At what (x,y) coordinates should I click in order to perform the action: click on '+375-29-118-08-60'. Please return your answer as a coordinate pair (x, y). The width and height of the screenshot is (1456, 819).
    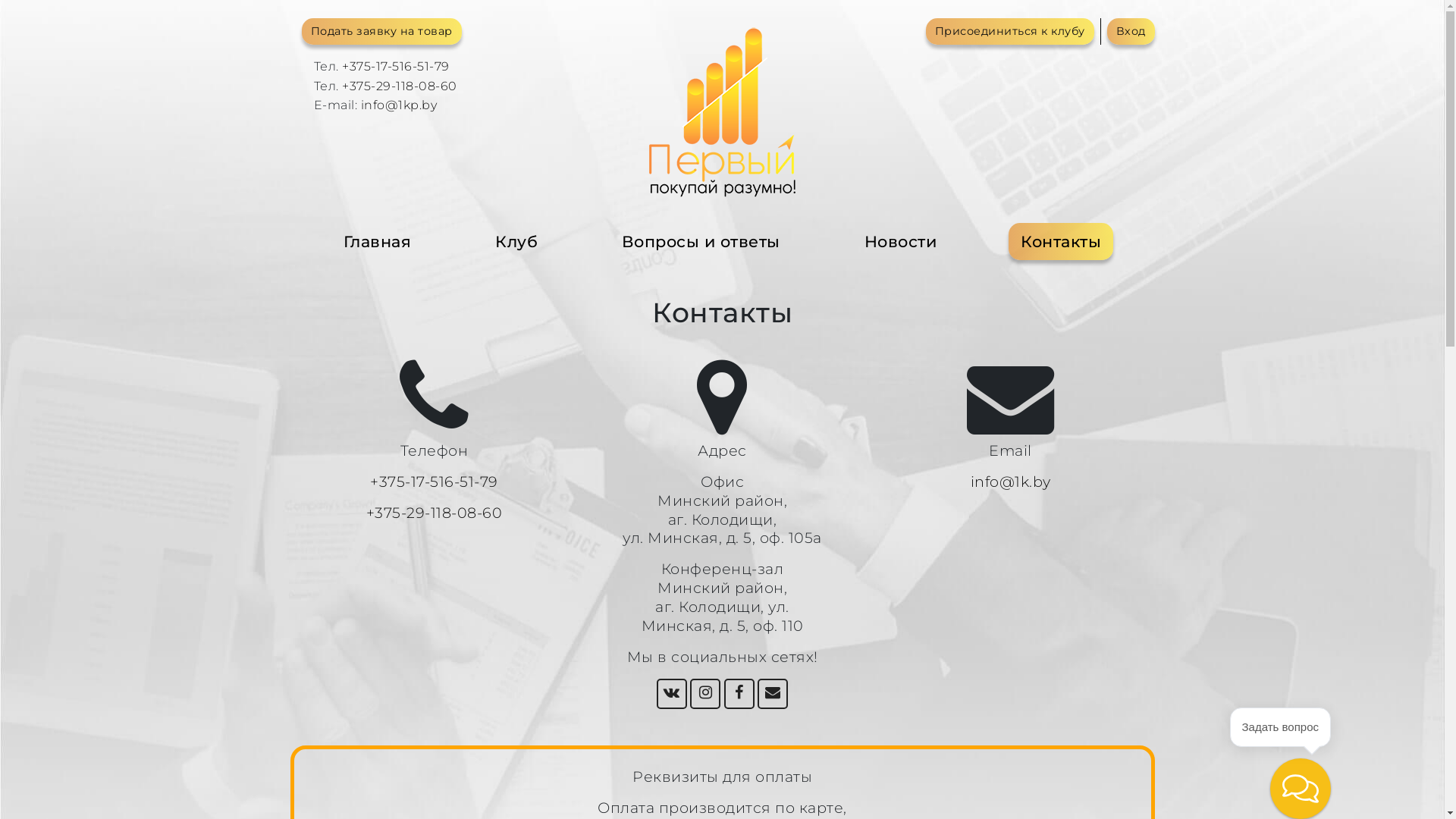
    Looking at the image, I should click on (433, 512).